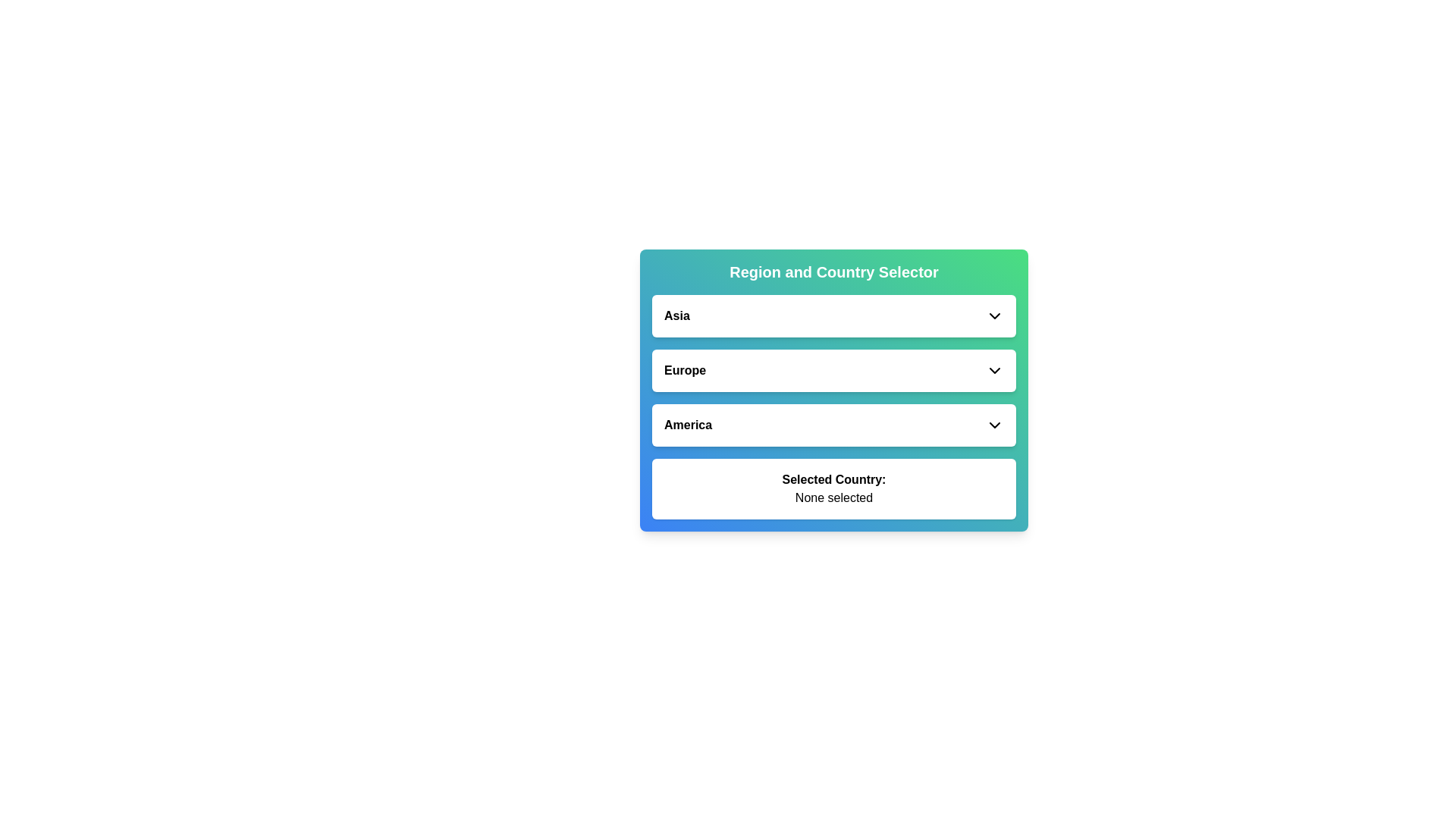 This screenshot has height=819, width=1456. I want to click on the downward-facing chevron icon in the dropdown selector row labeled 'America', so click(994, 425).